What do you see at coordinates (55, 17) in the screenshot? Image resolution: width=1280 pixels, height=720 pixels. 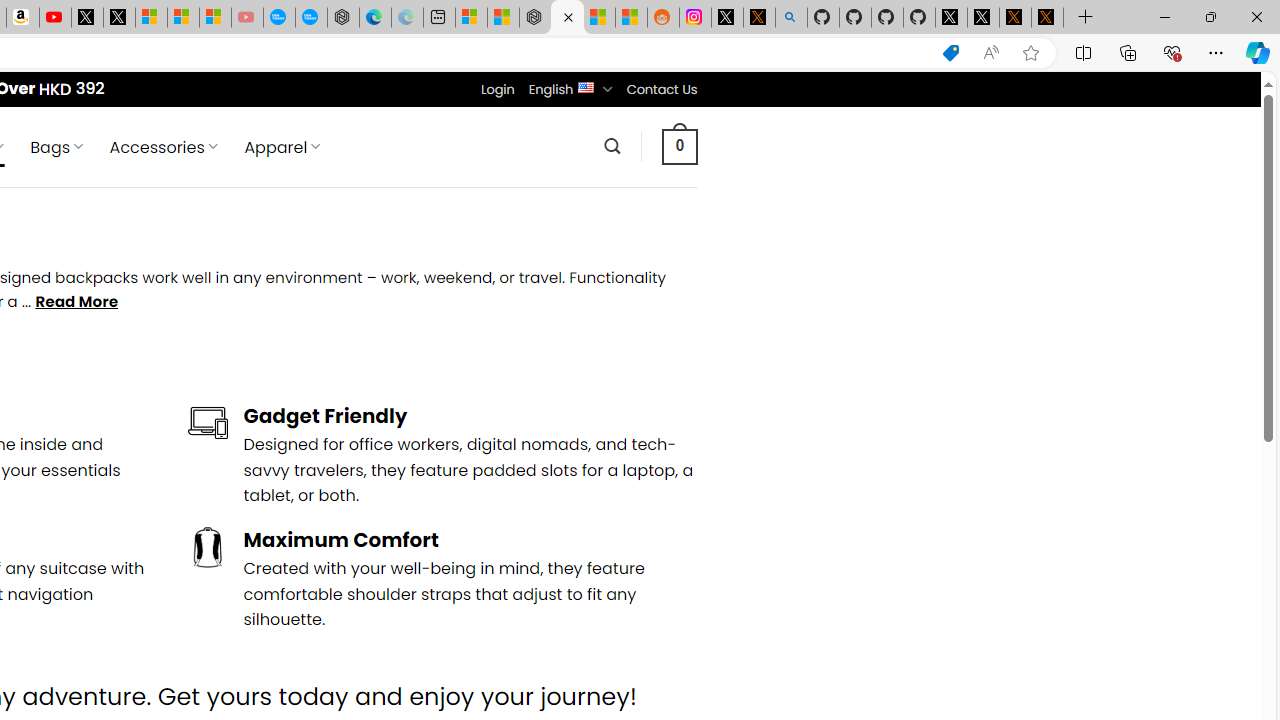 I see `'Day 1: Arriving in Yemen (surreal to be here) - YouTube'` at bounding box center [55, 17].